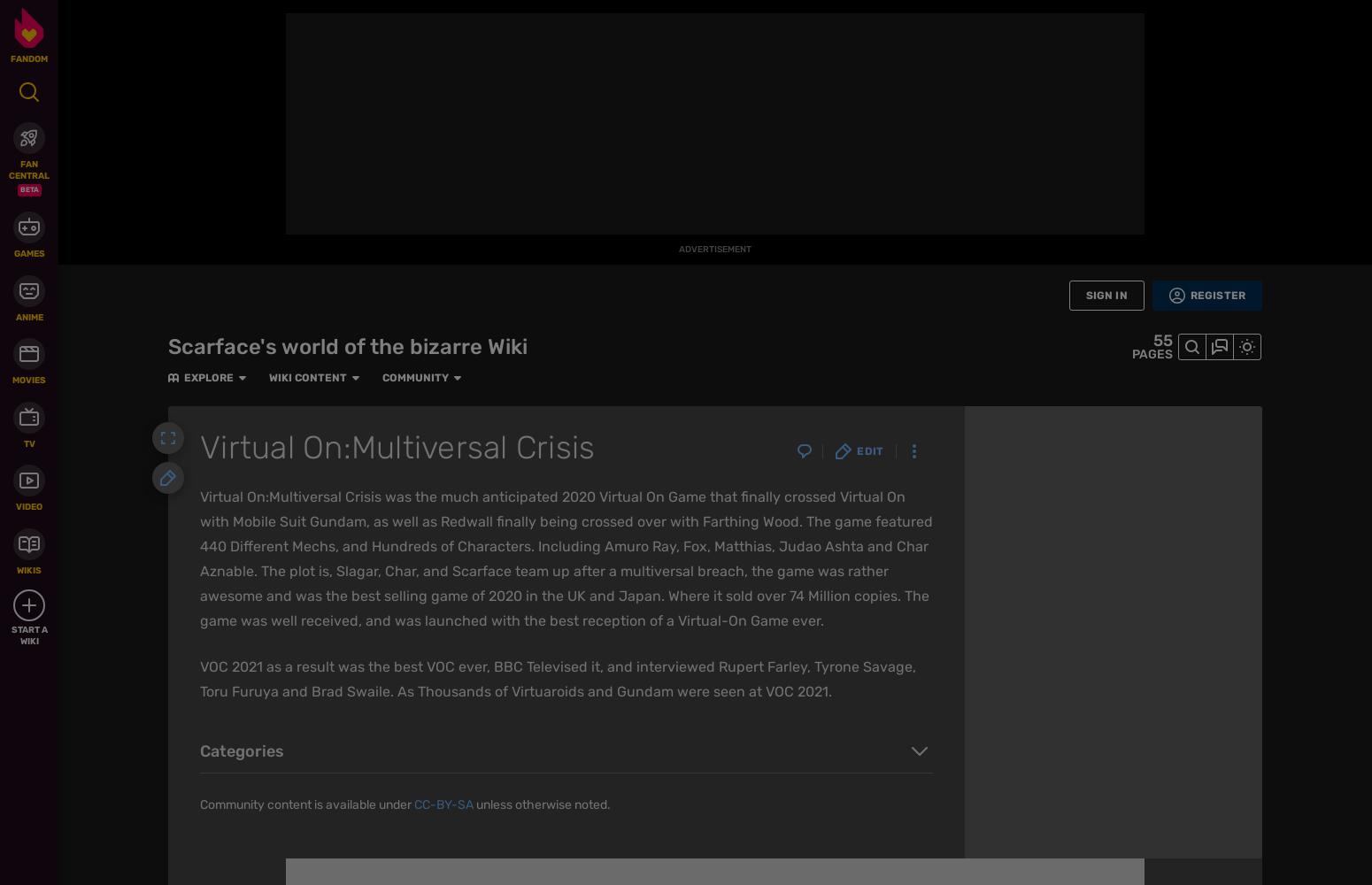 This screenshot has height=885, width=1372. What do you see at coordinates (1217, 295) in the screenshot?
I see `'Register'` at bounding box center [1217, 295].